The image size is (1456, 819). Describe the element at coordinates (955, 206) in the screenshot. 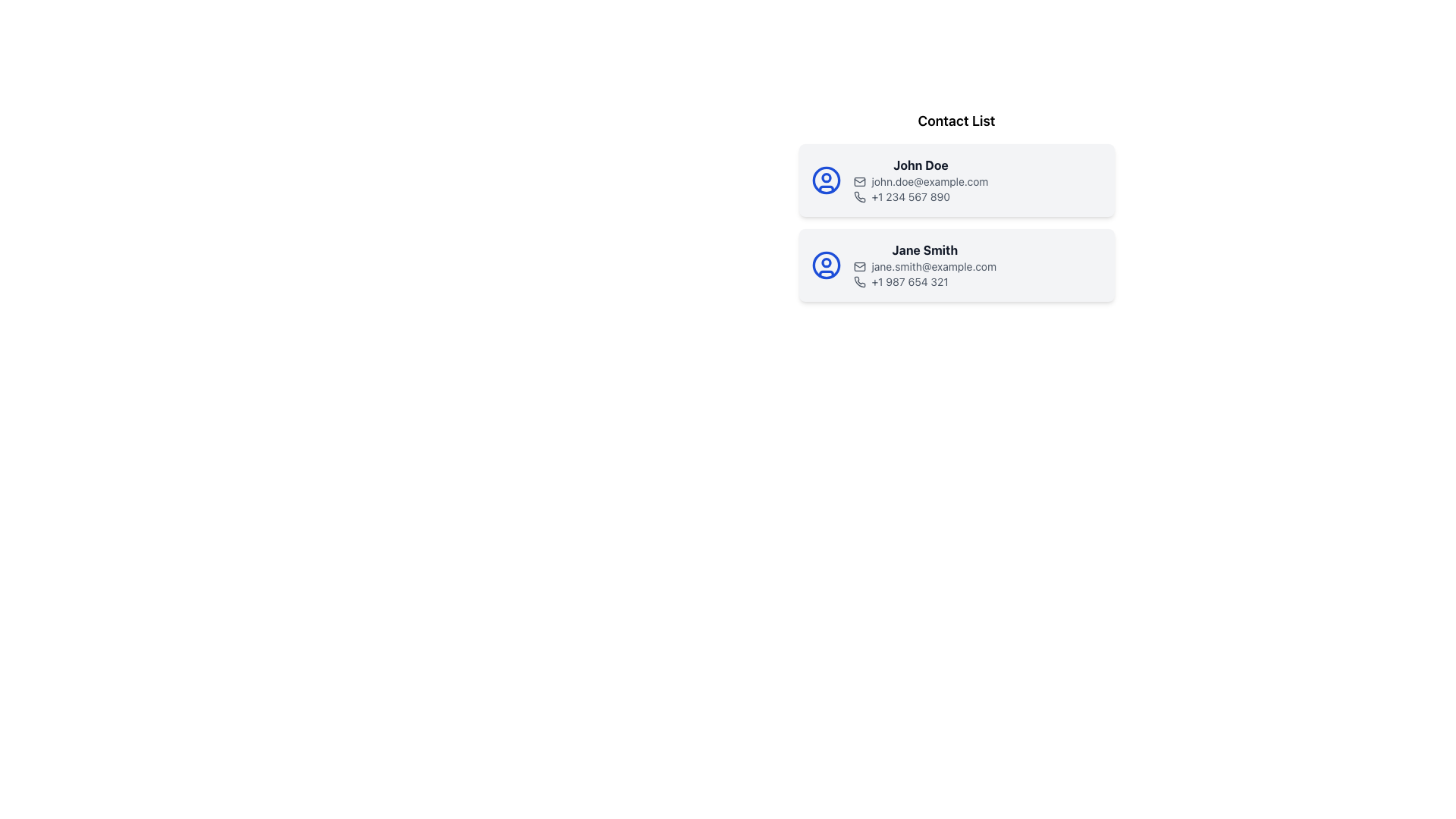

I see `the first contact card in the 'Contact List' section of the contact management interface` at that location.